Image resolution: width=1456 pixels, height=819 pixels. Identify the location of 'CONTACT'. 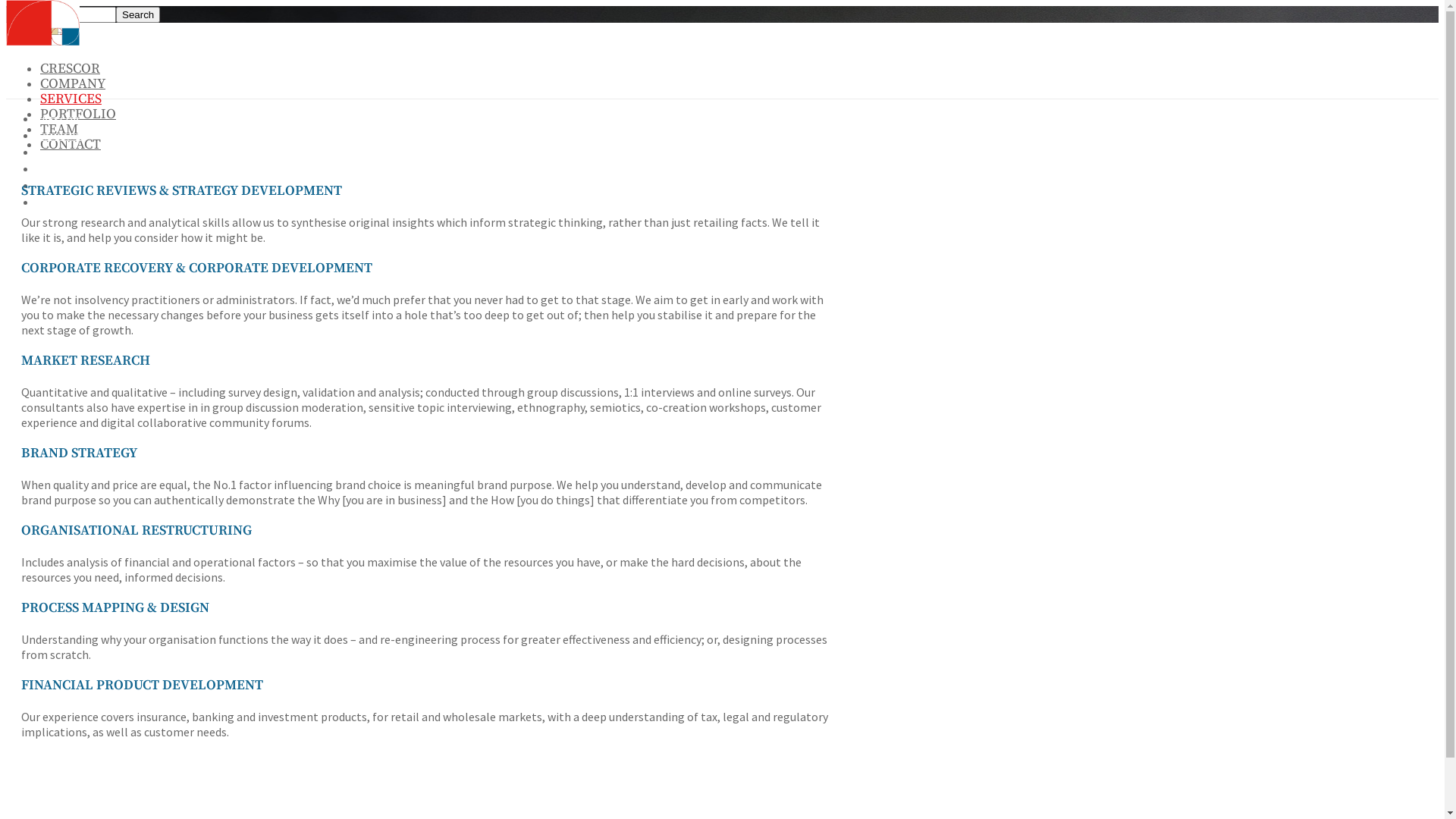
(59, 202).